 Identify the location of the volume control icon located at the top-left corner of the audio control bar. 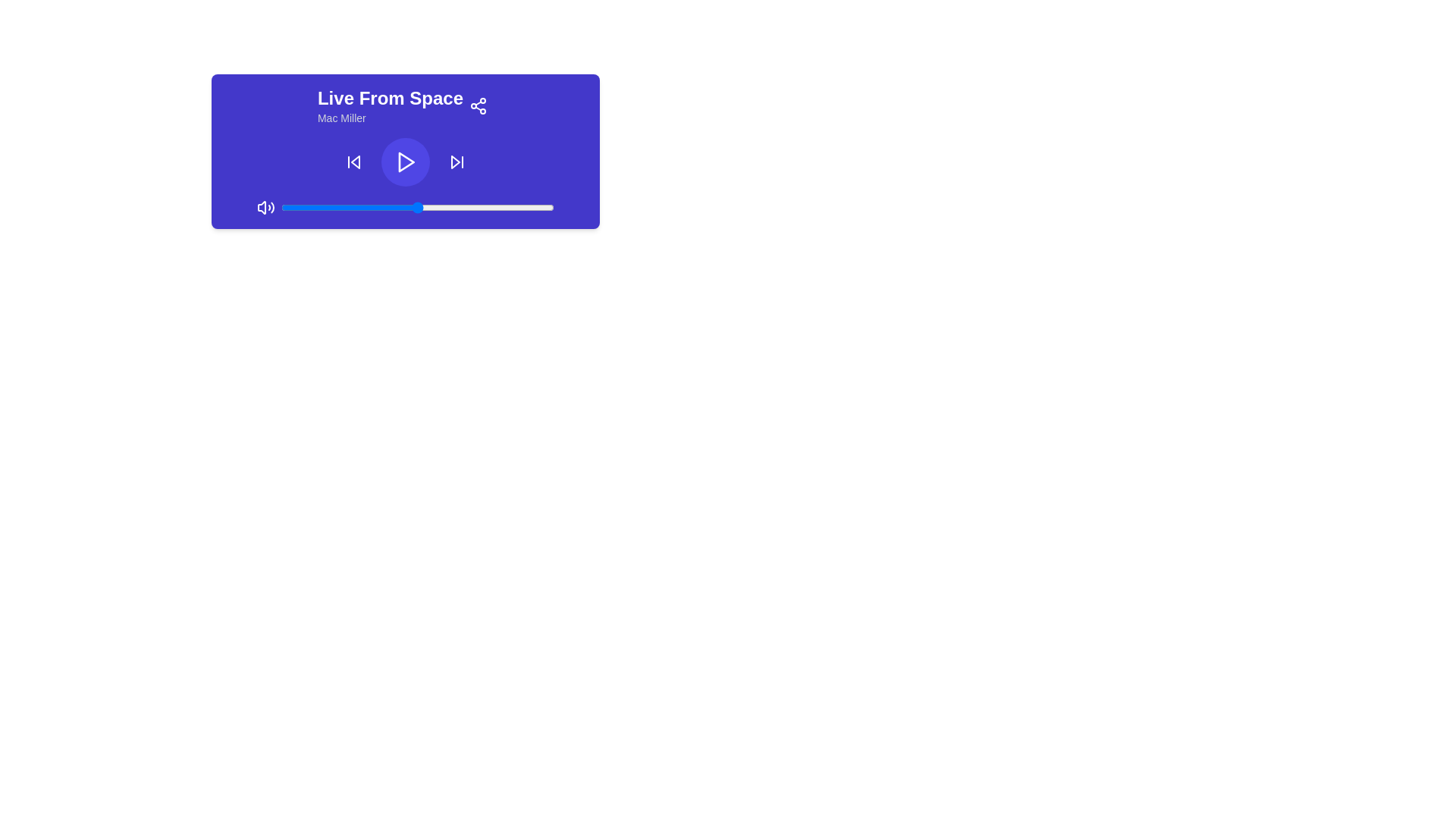
(265, 207).